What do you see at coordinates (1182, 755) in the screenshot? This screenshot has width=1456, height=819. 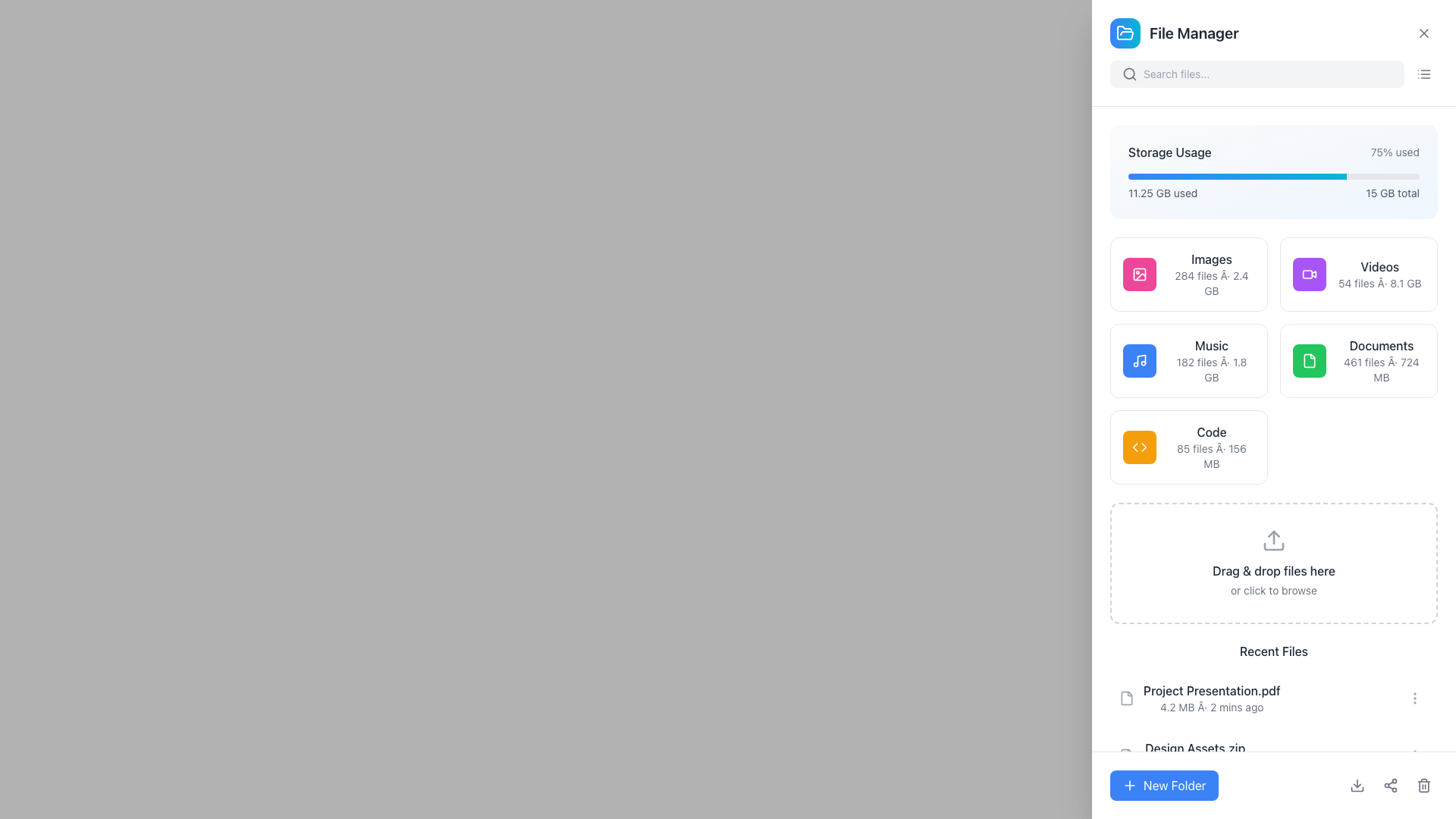 I see `on the file entry located in the Recent Files section below 'Project Presentation.pdf'` at bounding box center [1182, 755].